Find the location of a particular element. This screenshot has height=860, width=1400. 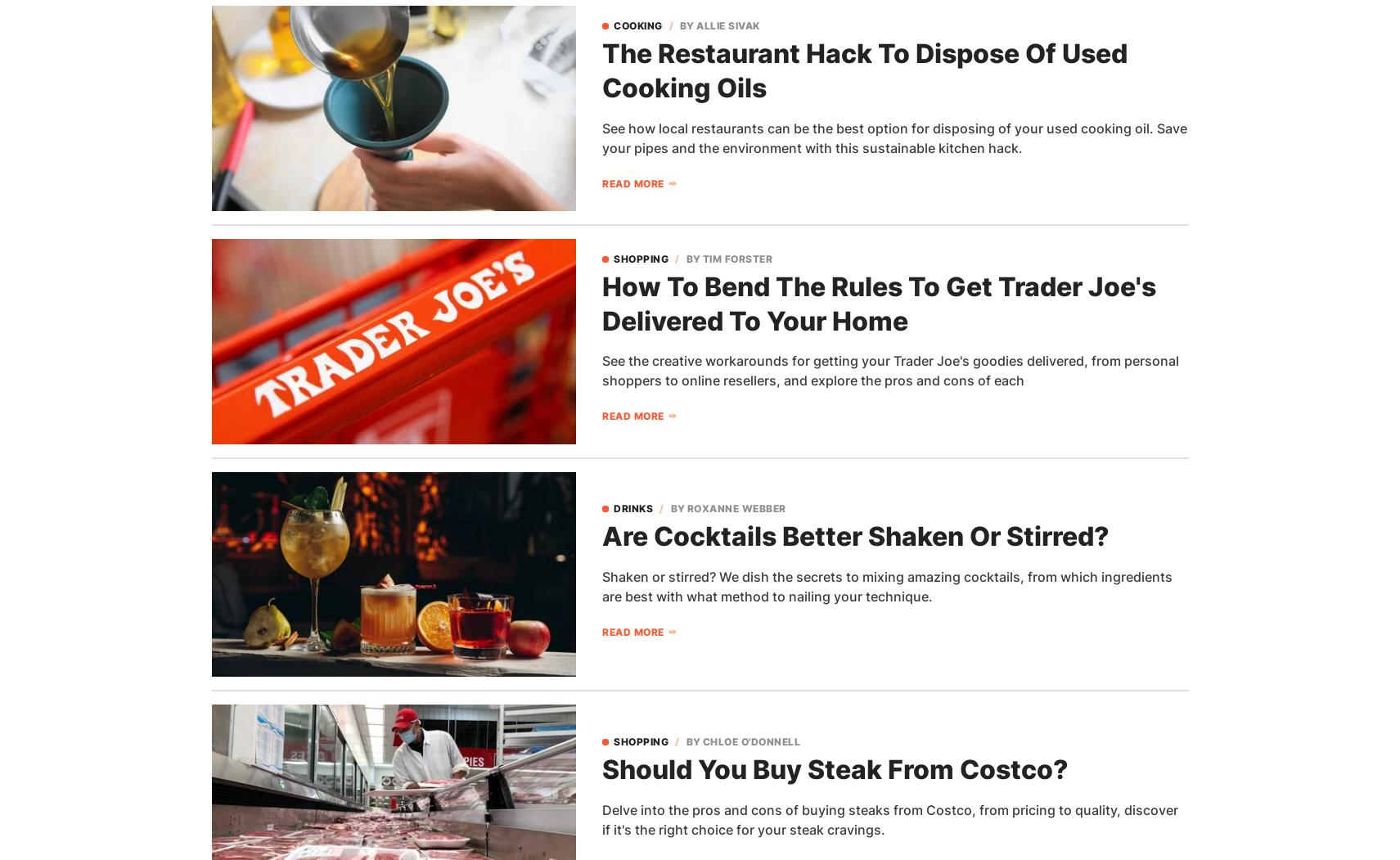

'The Restaurant Hack To Dispose Of Used Cooking Oils' is located at coordinates (865, 70).